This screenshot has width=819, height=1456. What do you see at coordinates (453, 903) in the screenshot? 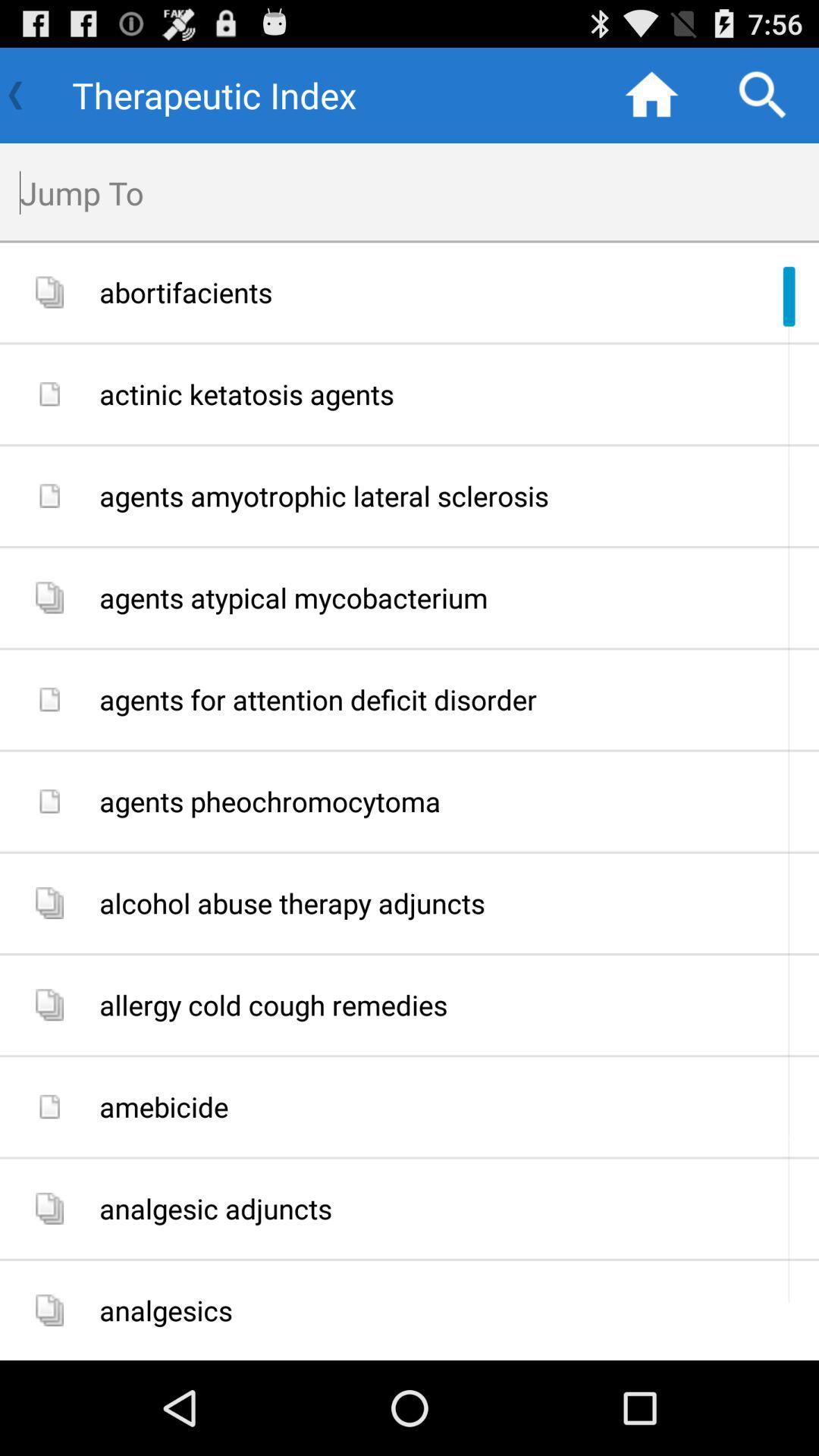
I see `alcohol abuse therapy icon` at bounding box center [453, 903].